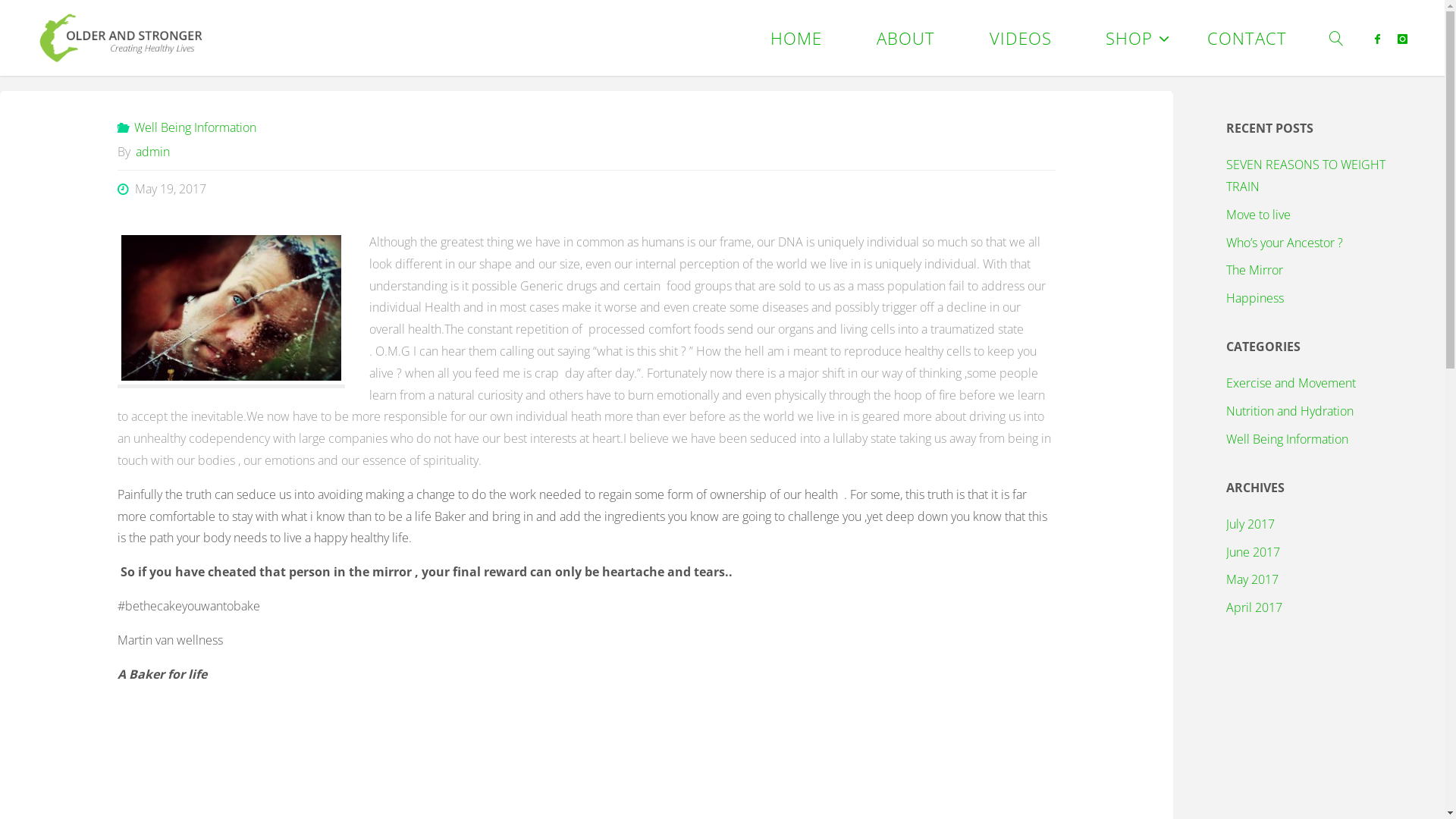 Image resolution: width=1456 pixels, height=819 pixels. What do you see at coordinates (1258, 214) in the screenshot?
I see `'Move to live'` at bounding box center [1258, 214].